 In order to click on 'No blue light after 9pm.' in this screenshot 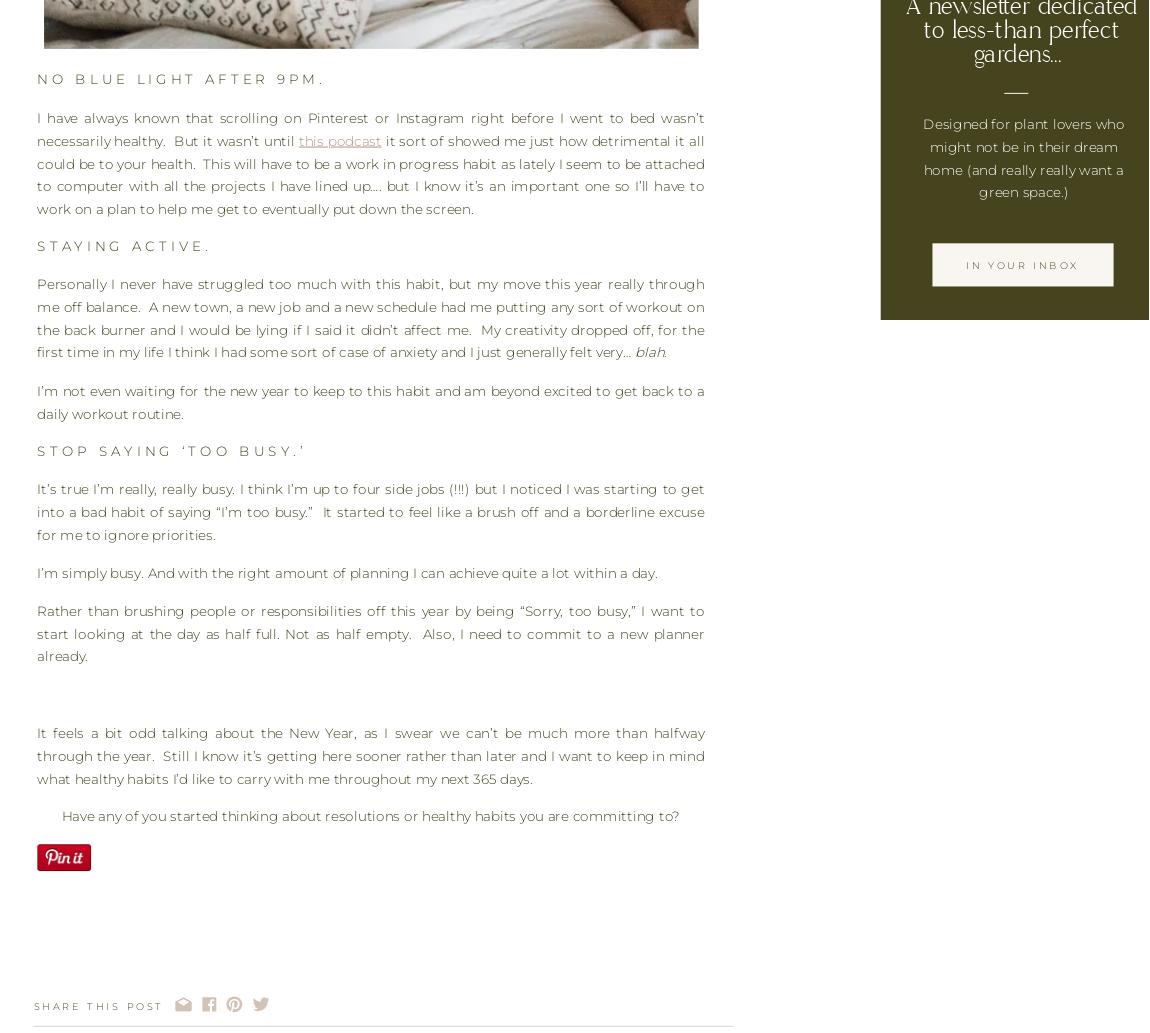, I will do `click(36, 79)`.